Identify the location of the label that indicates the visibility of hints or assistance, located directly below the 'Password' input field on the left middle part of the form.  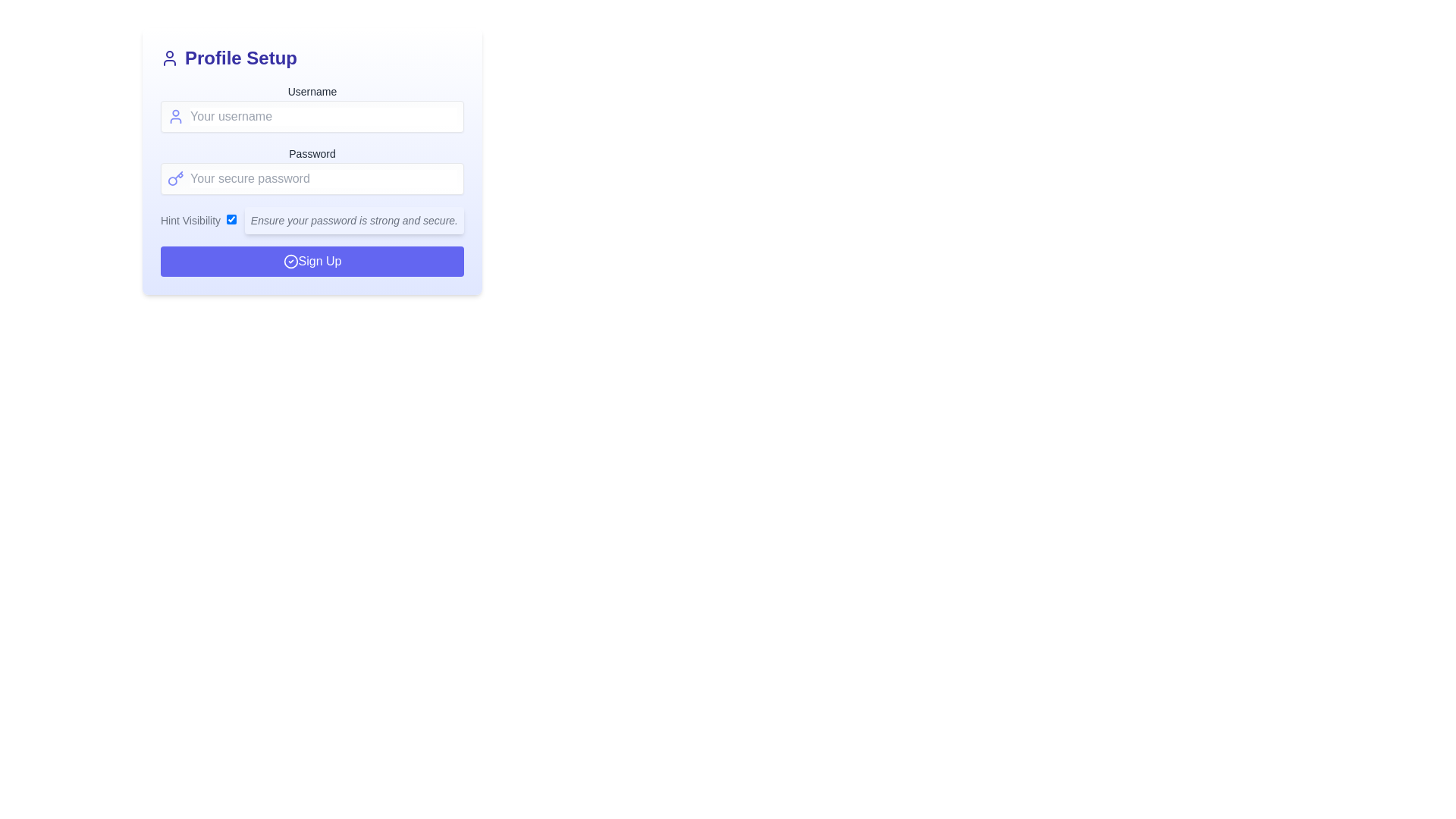
(198, 220).